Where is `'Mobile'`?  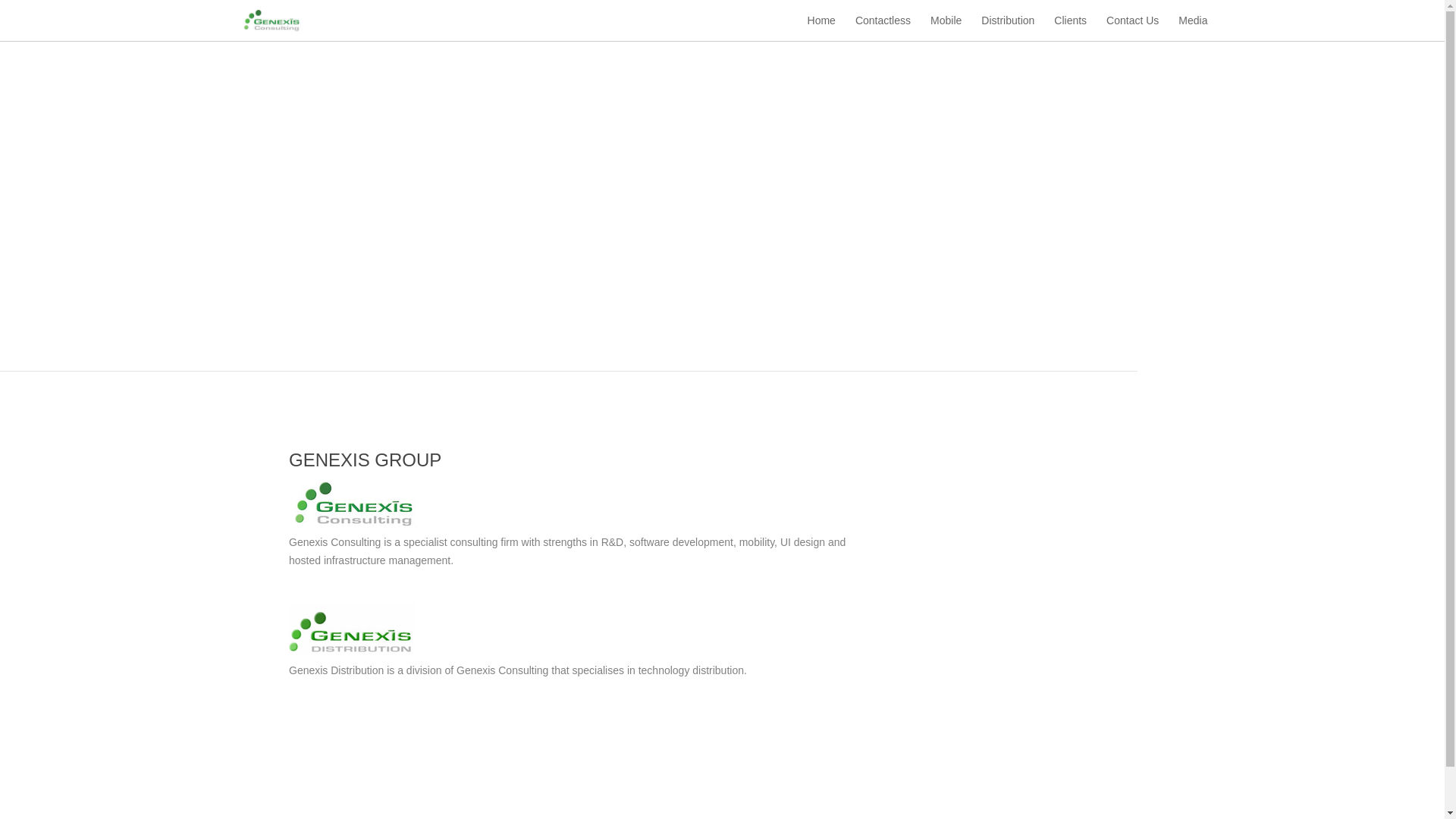
'Mobile' is located at coordinates (930, 28).